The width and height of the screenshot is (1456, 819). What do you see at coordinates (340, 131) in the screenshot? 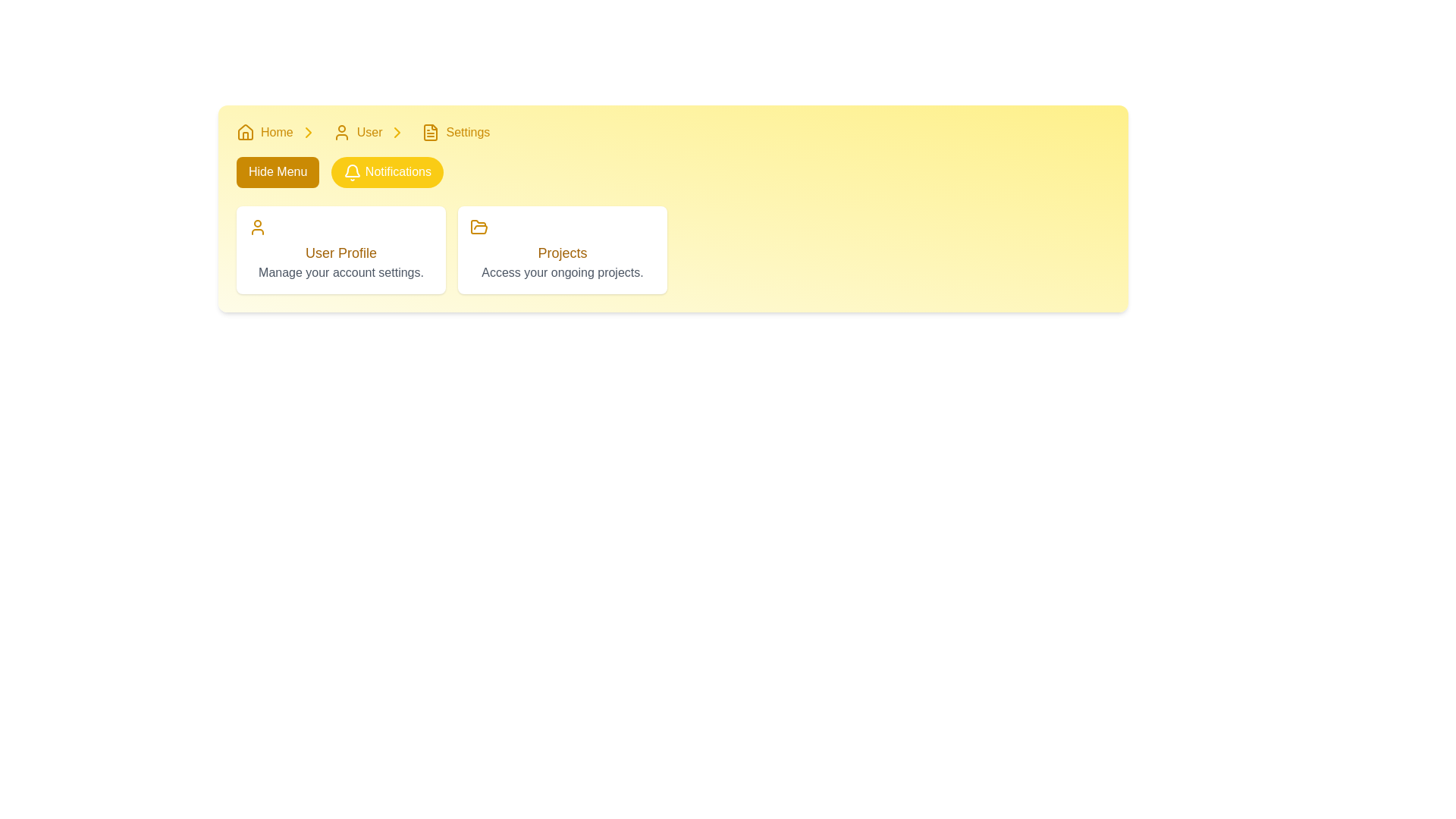
I see `the decorative navigation icon that symbolizes the 'User' section, located to the left of the 'User' text in the top-center of the interface` at bounding box center [340, 131].